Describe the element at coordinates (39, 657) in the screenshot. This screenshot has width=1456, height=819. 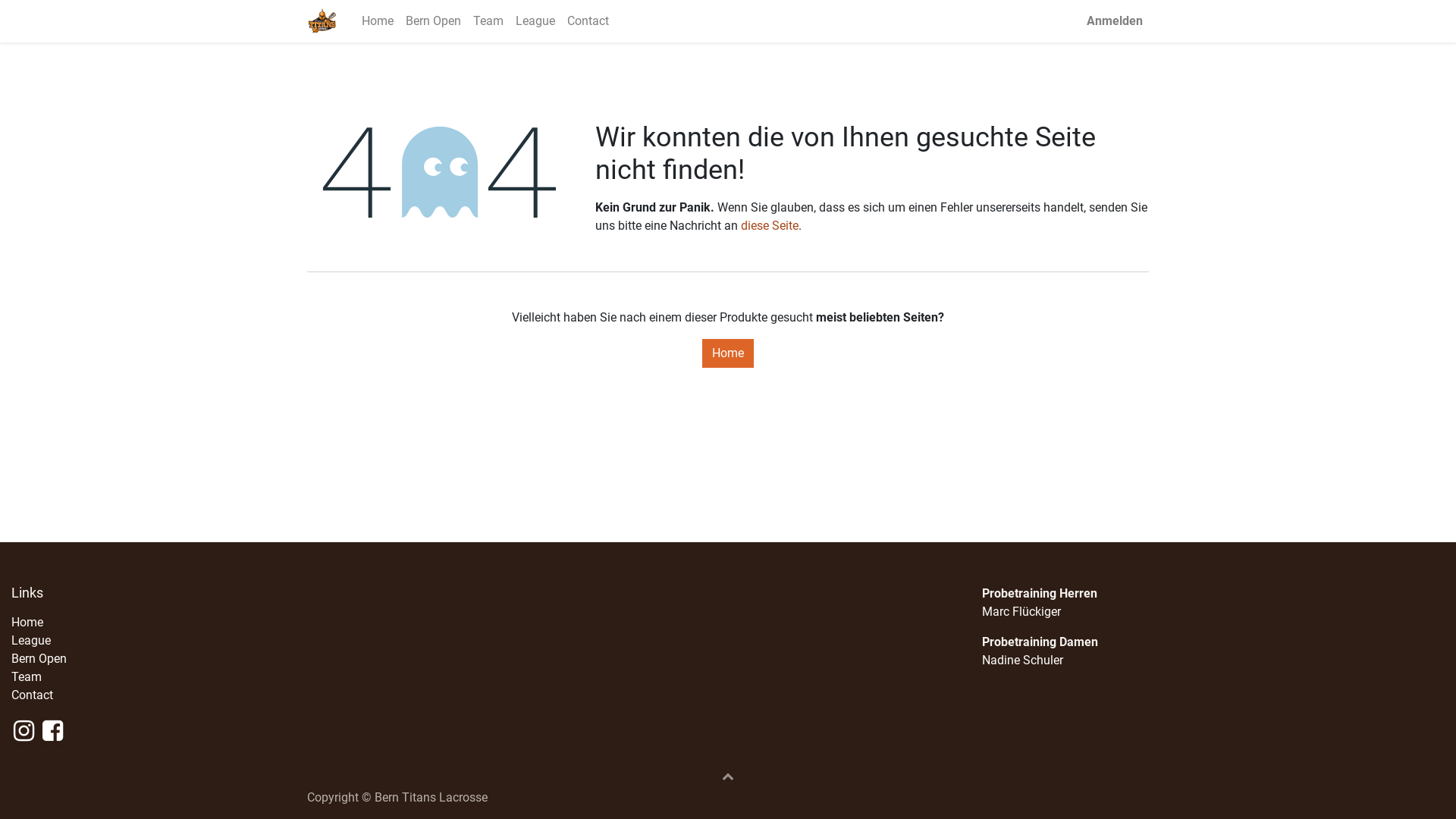
I see `'Bern Open'` at that location.